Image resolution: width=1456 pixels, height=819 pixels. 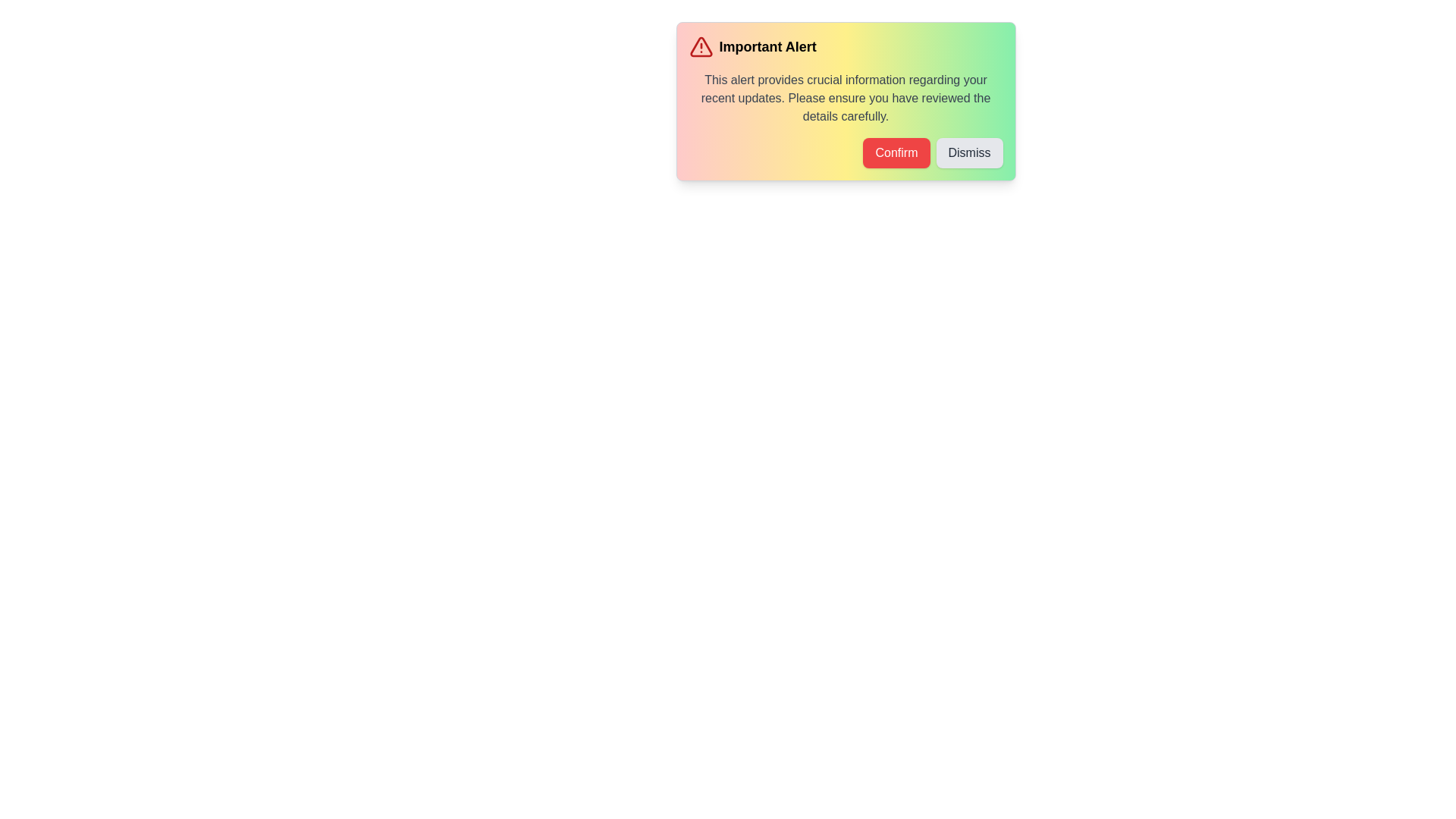 I want to click on the buttons in the bottom-right area of the alert notification box to trigger a color change, so click(x=845, y=152).